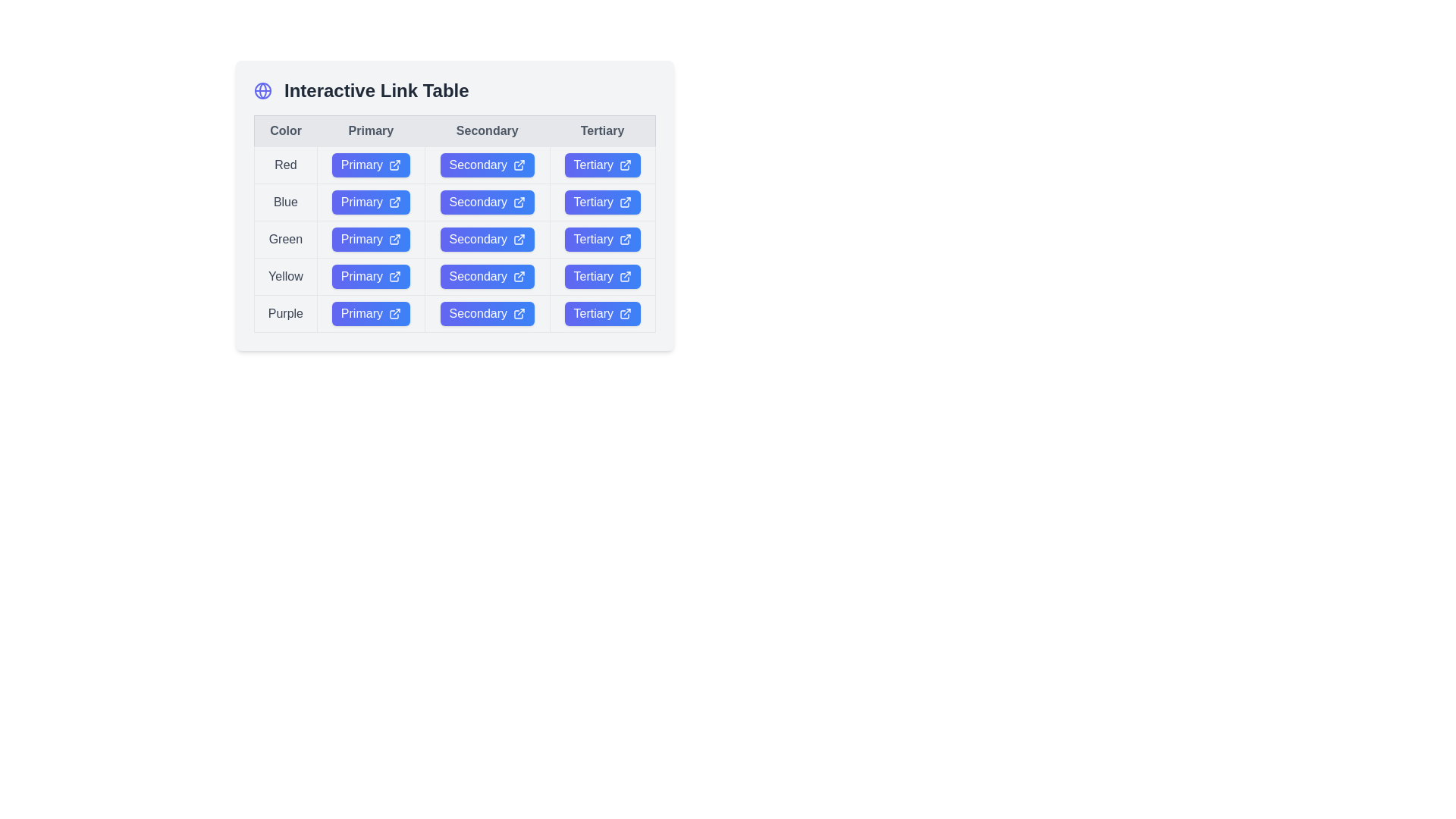  Describe the element at coordinates (592, 165) in the screenshot. I see `the 'Tertiary' text label which displays 'Tertiary' in white font on a gradient background, located in the 'Interactive Link Table' under the 'Tertiary' column for the 'Red' row` at that location.